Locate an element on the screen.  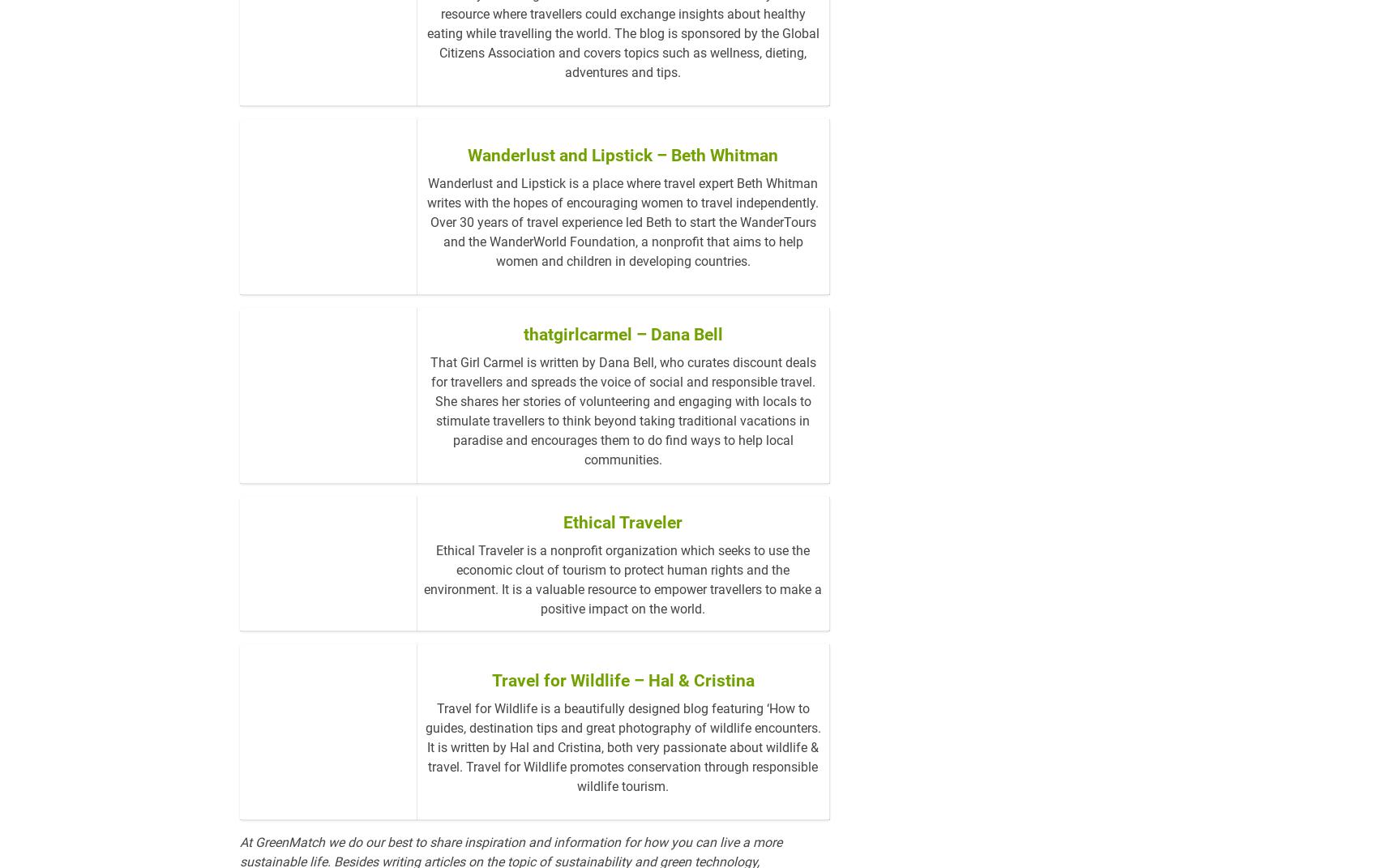
'Ethical Traveler' is located at coordinates (622, 586).